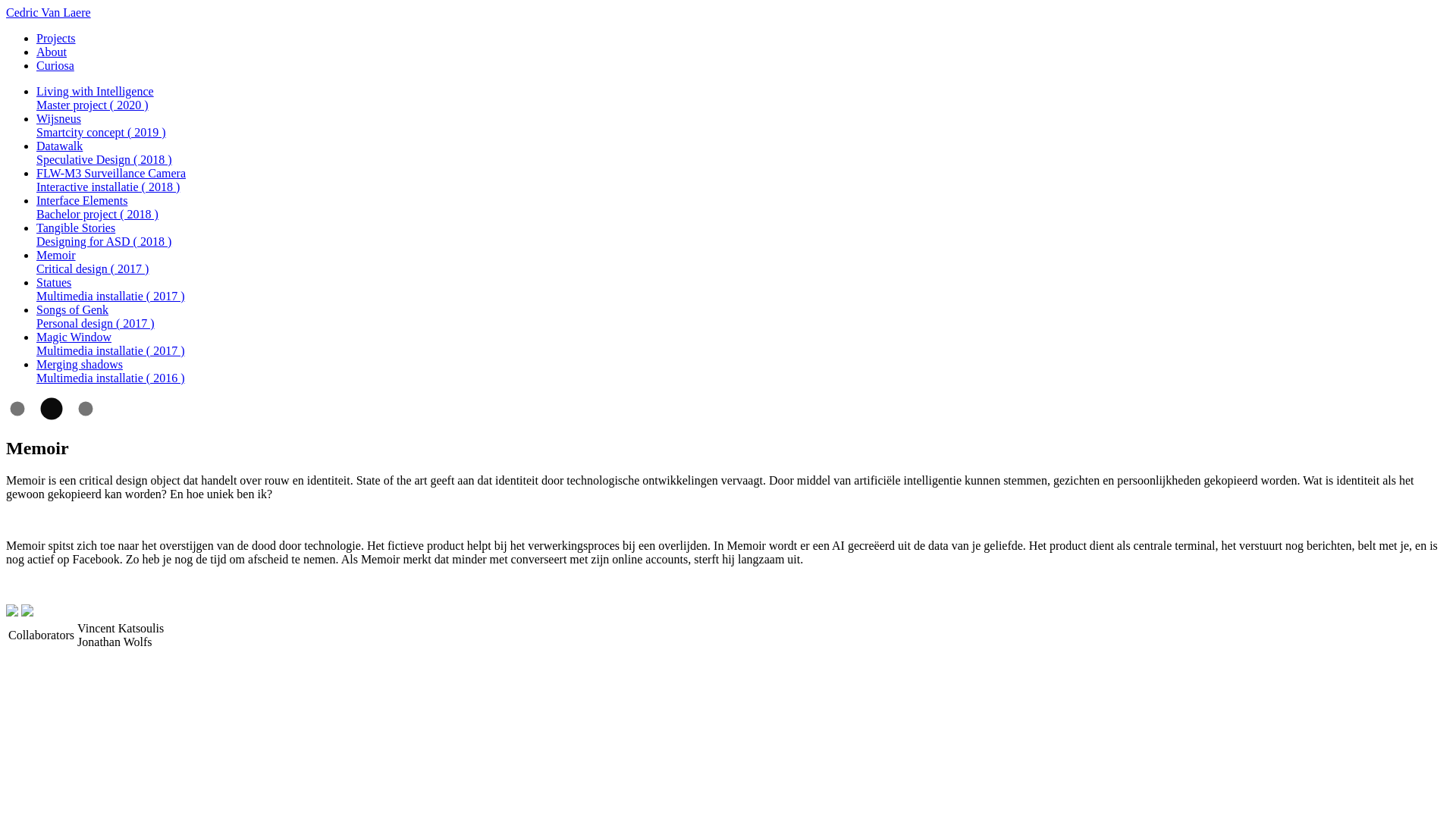  What do you see at coordinates (36, 146) in the screenshot?
I see `'Datawalk'` at bounding box center [36, 146].